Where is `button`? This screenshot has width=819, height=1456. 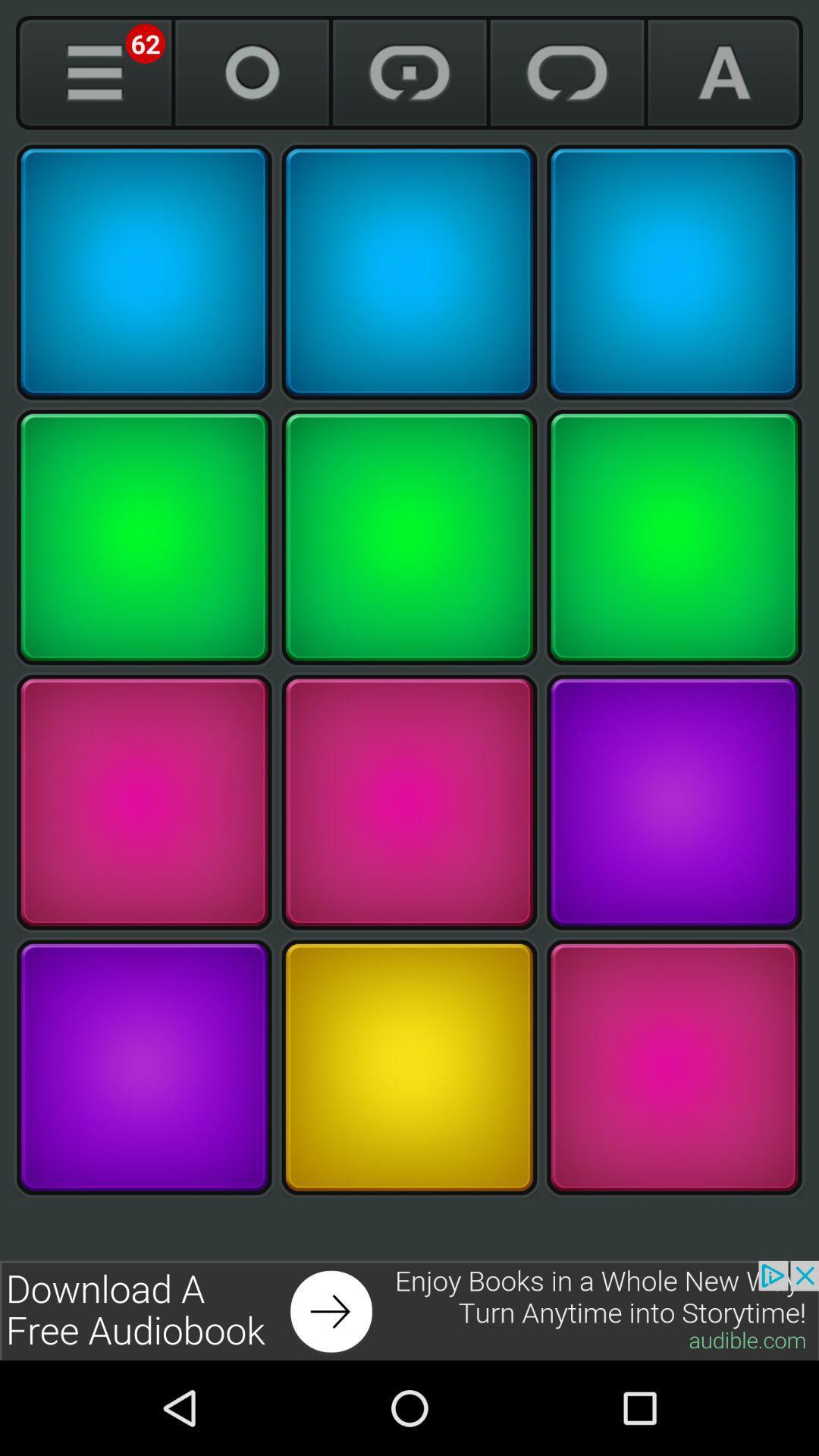
button is located at coordinates (144, 1066).